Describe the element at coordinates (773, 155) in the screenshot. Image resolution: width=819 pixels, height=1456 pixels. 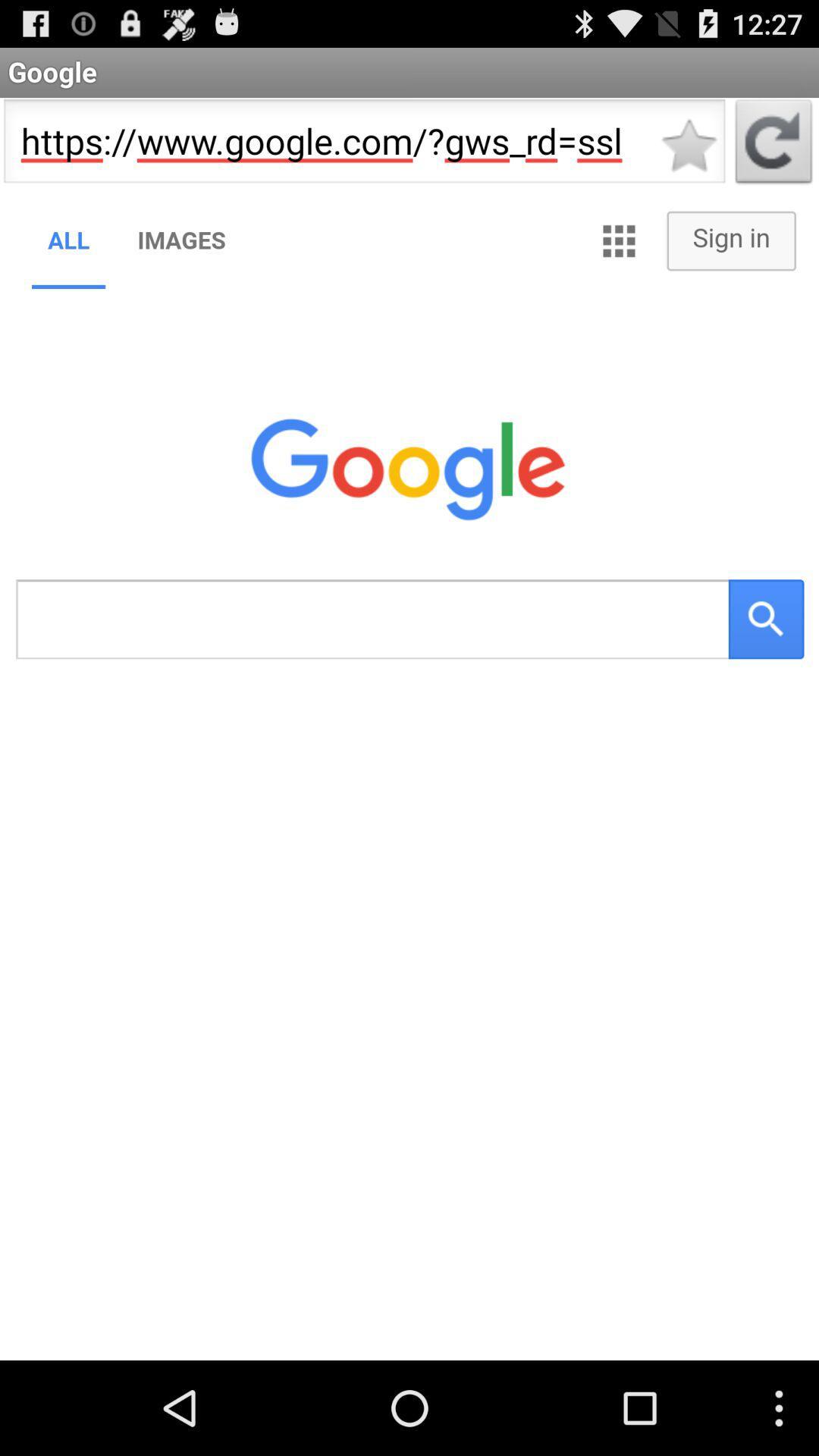
I see `the refresh icon` at that location.